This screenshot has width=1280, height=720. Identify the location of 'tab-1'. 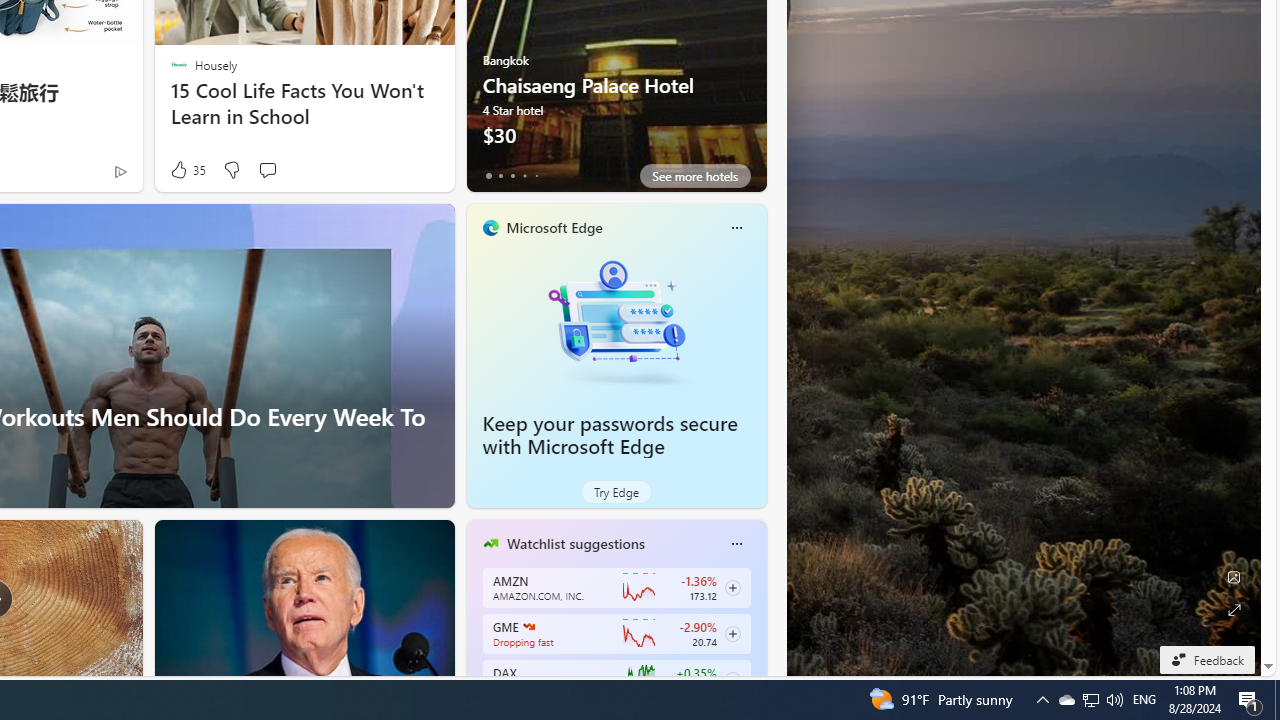
(500, 175).